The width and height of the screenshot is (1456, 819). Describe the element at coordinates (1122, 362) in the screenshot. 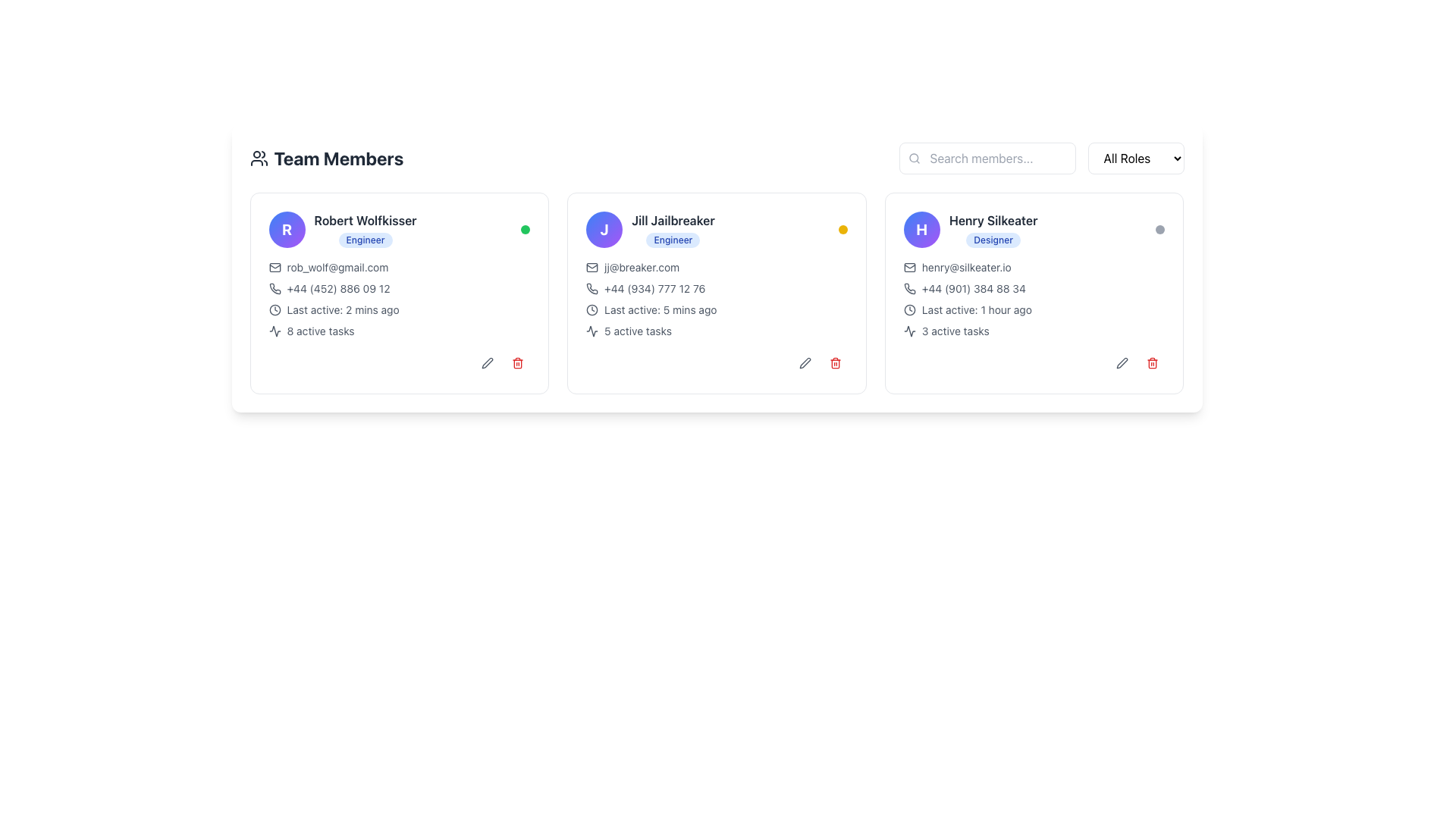

I see `the pen-shaped icon located at the bottom-right corner of Henry Silkeater's user card` at that location.